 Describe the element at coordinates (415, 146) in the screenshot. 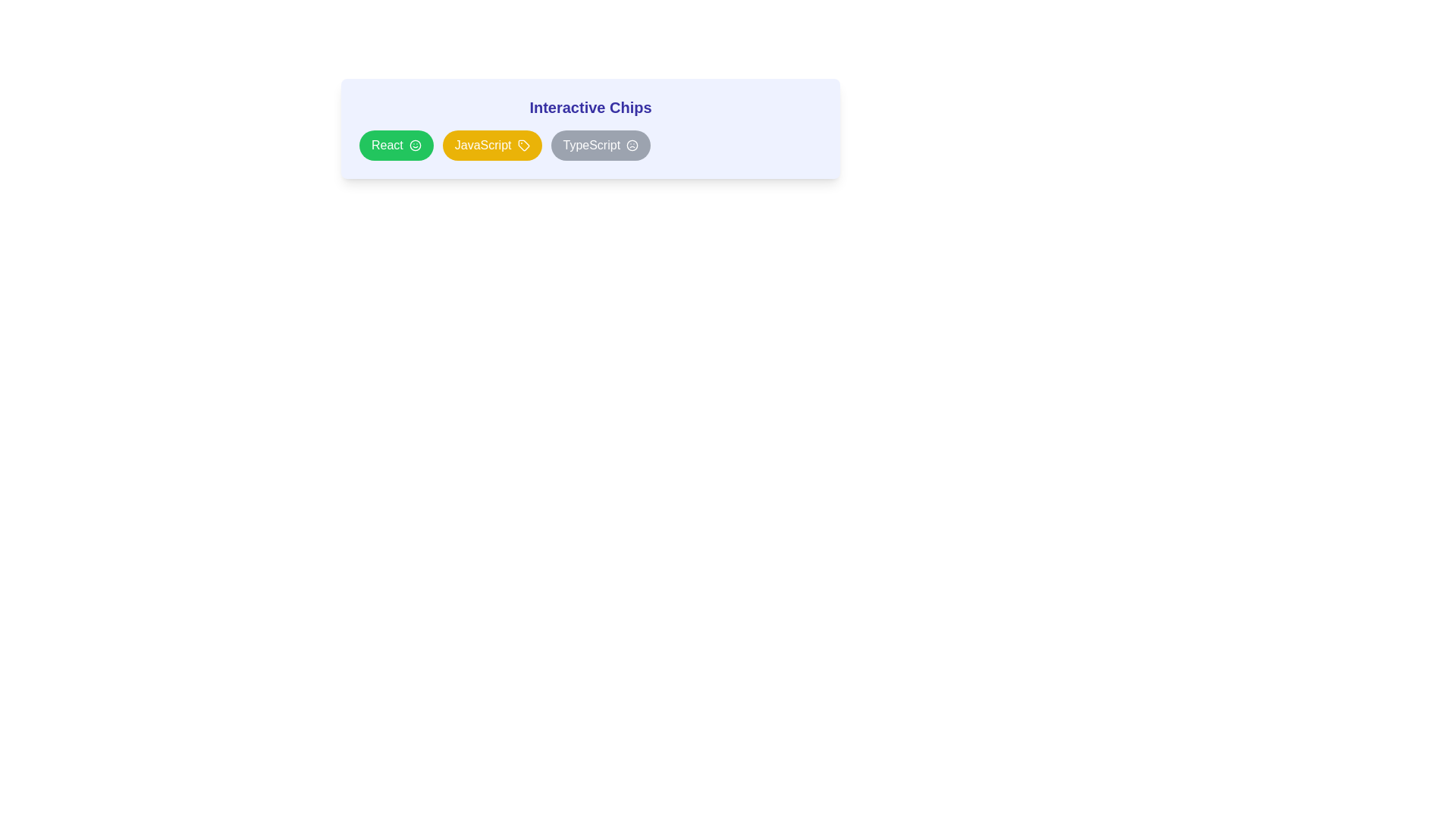

I see `the circular smiley face icon within the green 'React' button located at the left side of the button group` at that location.